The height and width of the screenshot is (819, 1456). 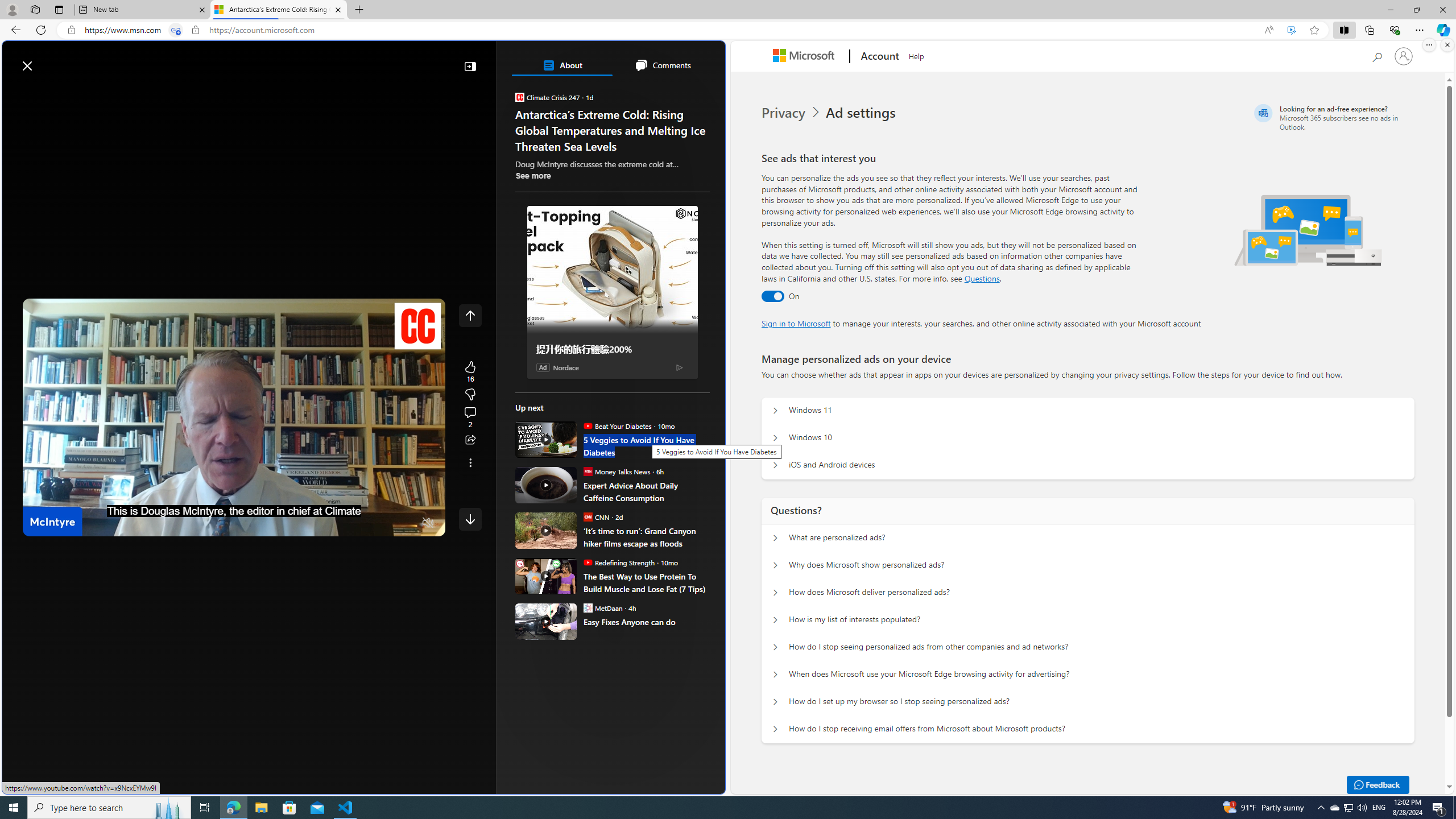 I want to click on '5 Veggies to Avoid If You Have Diabetes', so click(x=646, y=446).